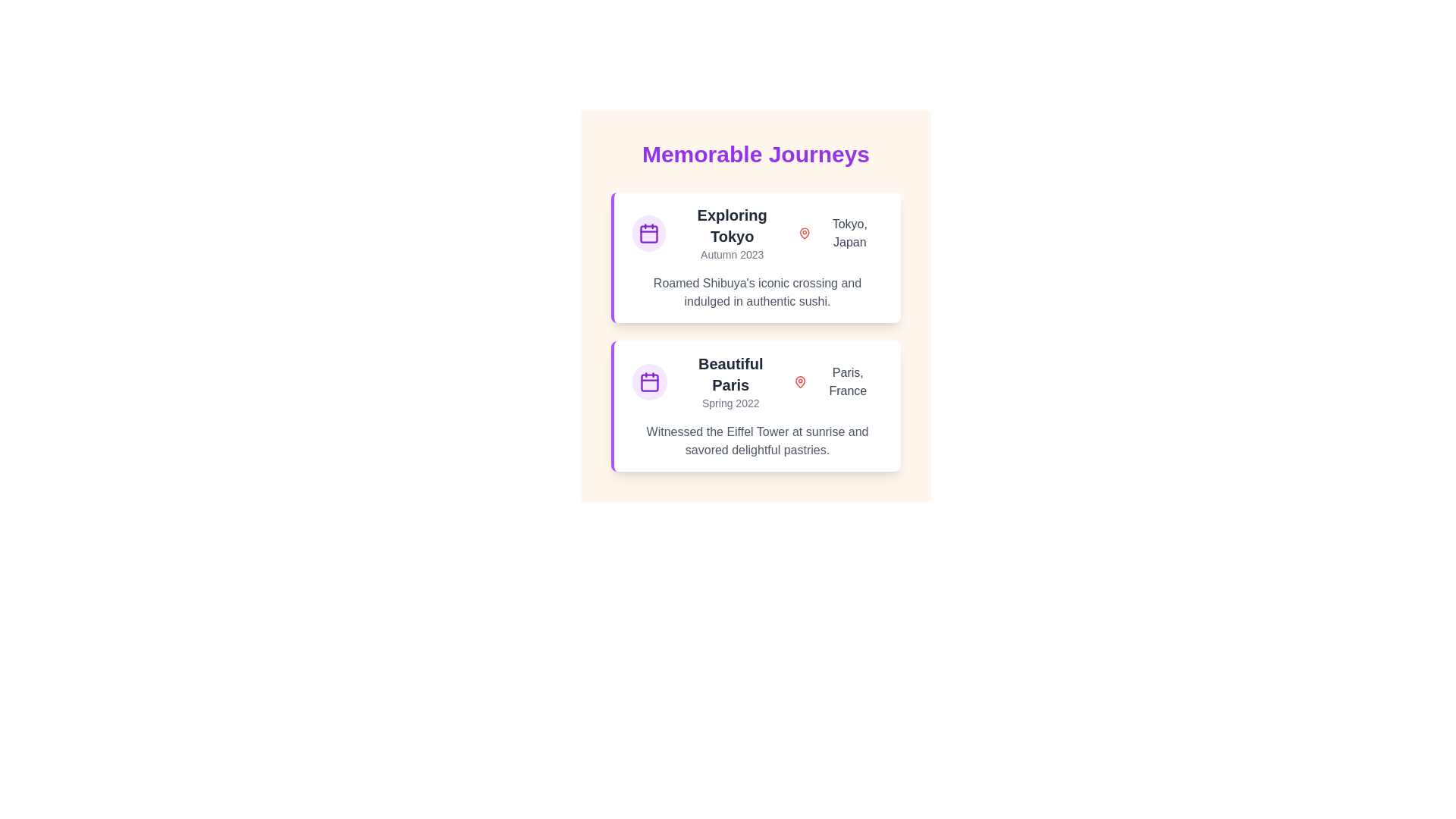  What do you see at coordinates (730, 374) in the screenshot?
I see `the text label displaying the title of the travel destination card for Paris, which is located at the top center of the card` at bounding box center [730, 374].